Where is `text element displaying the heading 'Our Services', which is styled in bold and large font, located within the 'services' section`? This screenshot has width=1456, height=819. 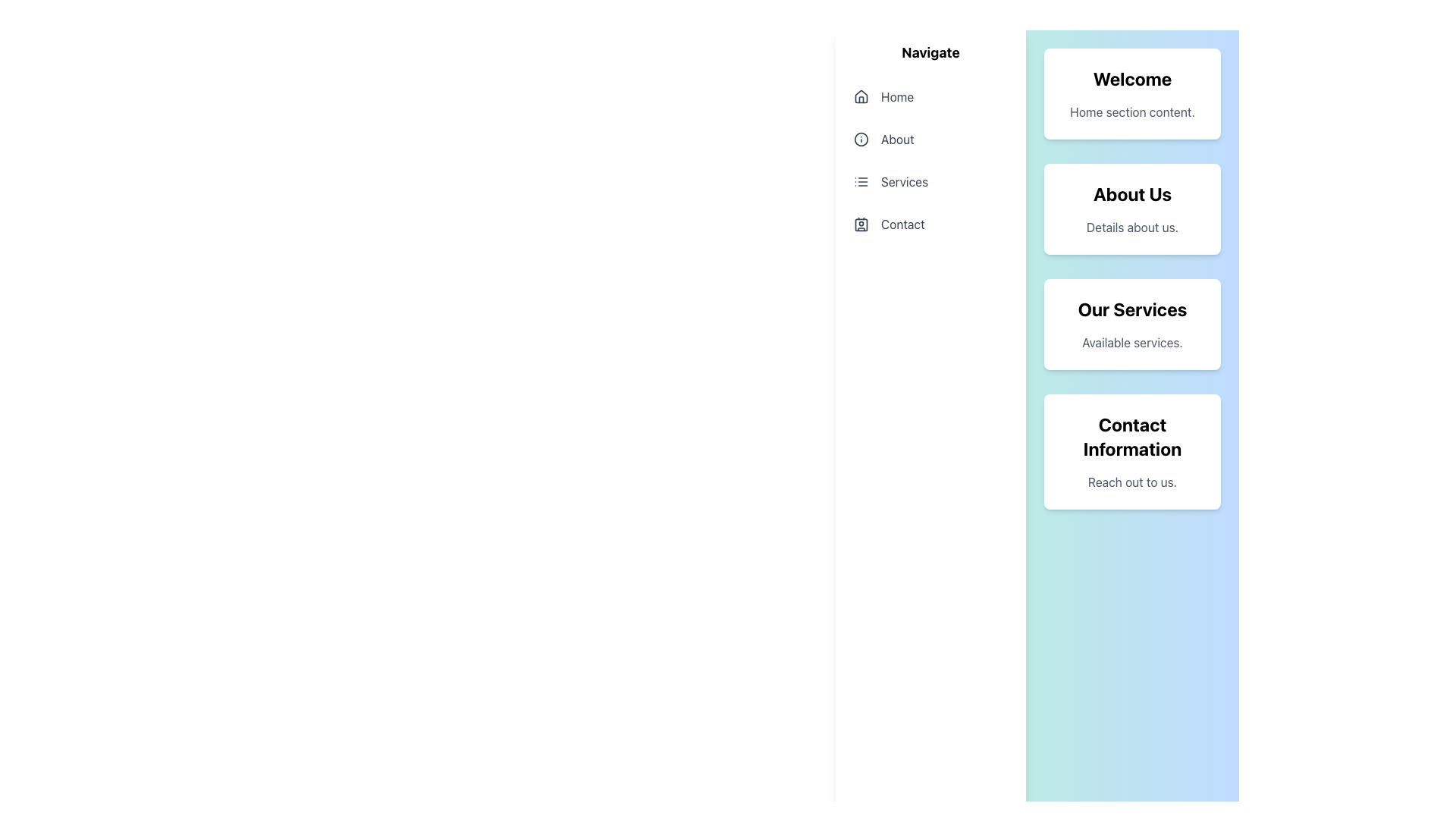
text element displaying the heading 'Our Services', which is styled in bold and large font, located within the 'services' section is located at coordinates (1132, 309).